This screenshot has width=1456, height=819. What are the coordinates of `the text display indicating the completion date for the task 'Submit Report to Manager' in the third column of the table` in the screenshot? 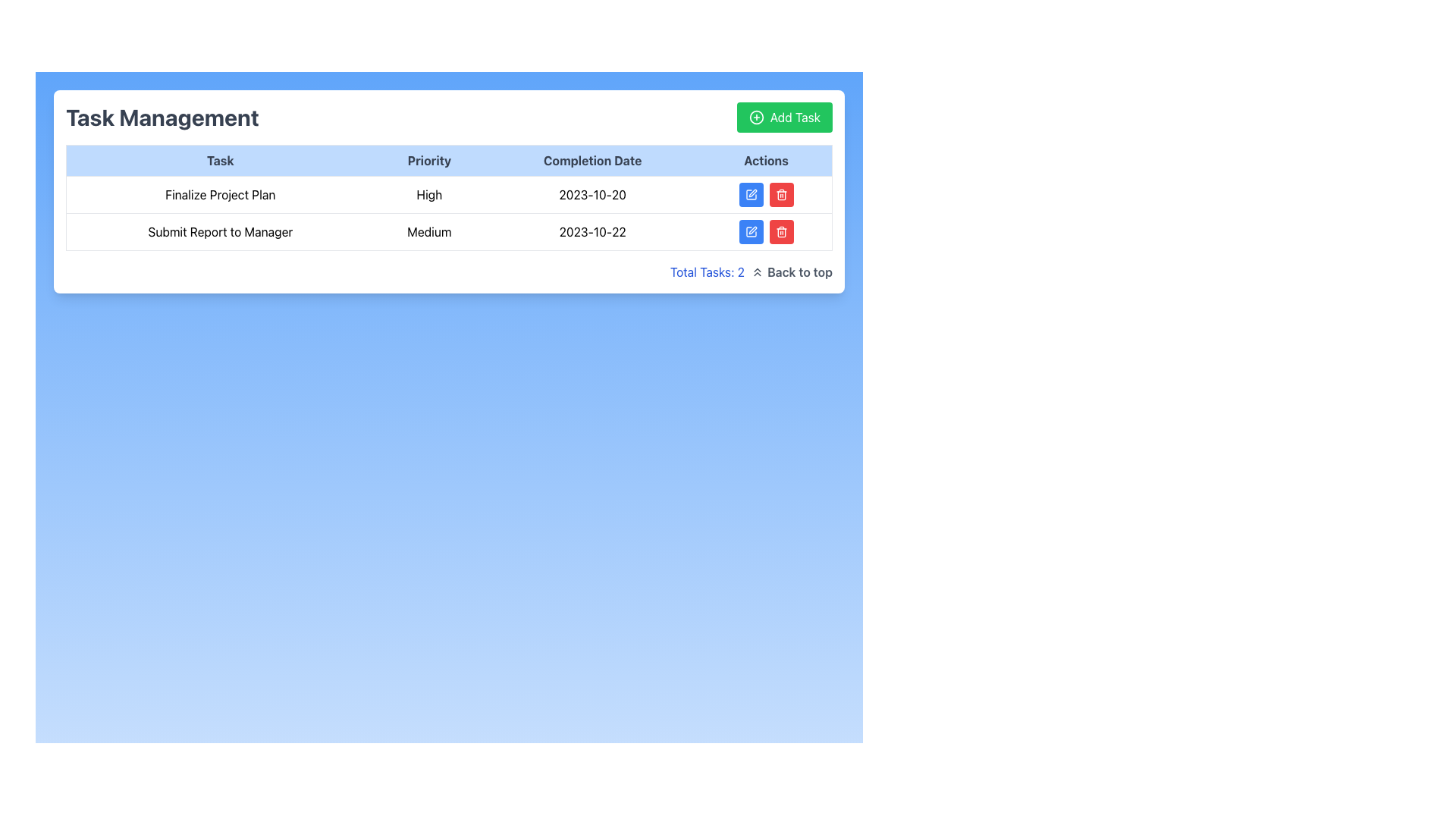 It's located at (591, 231).